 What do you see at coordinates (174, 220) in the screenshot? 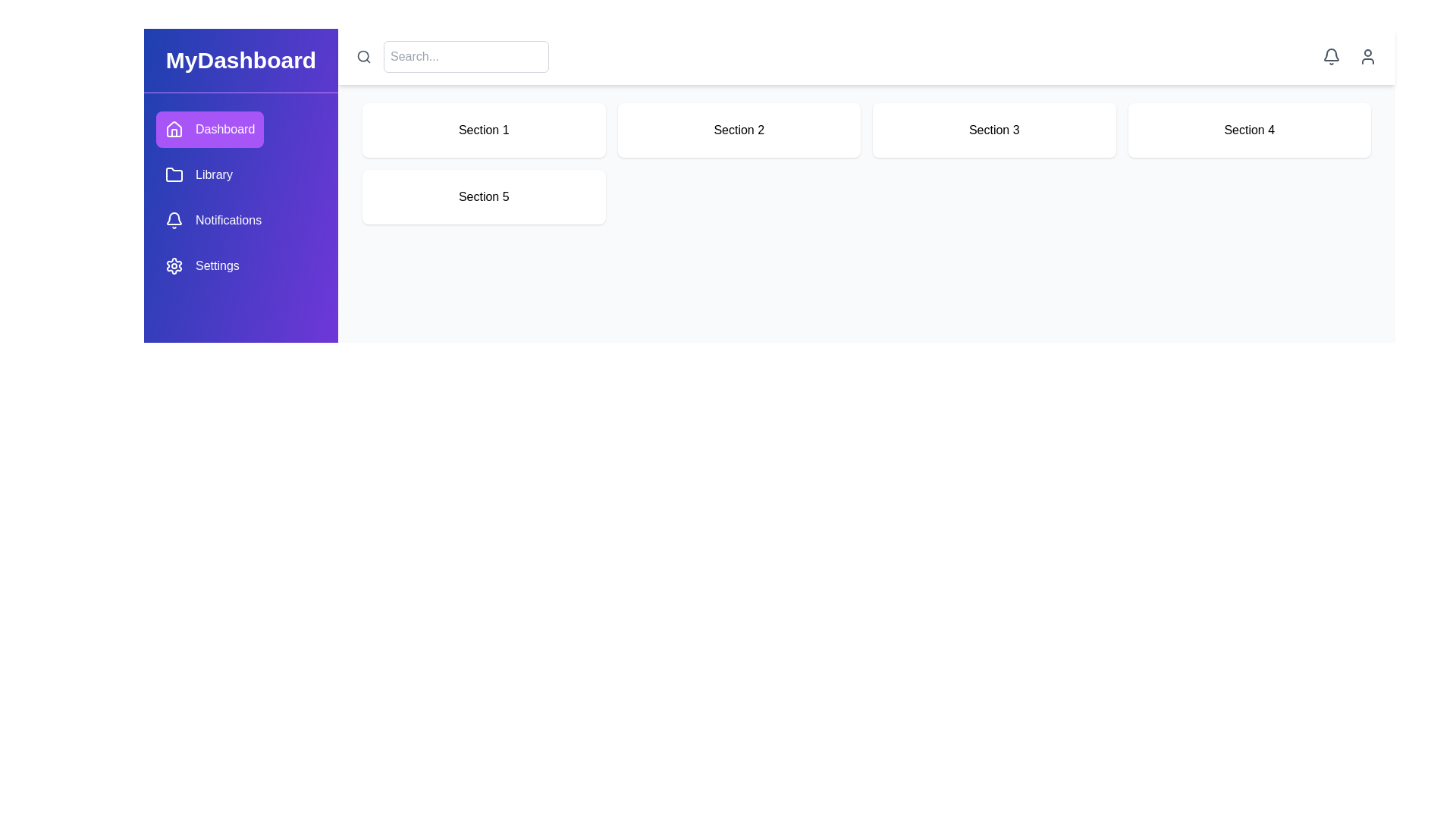
I see `the notification icon located to the left of the 'Notifications' text in the vertical sidebar menu` at bounding box center [174, 220].